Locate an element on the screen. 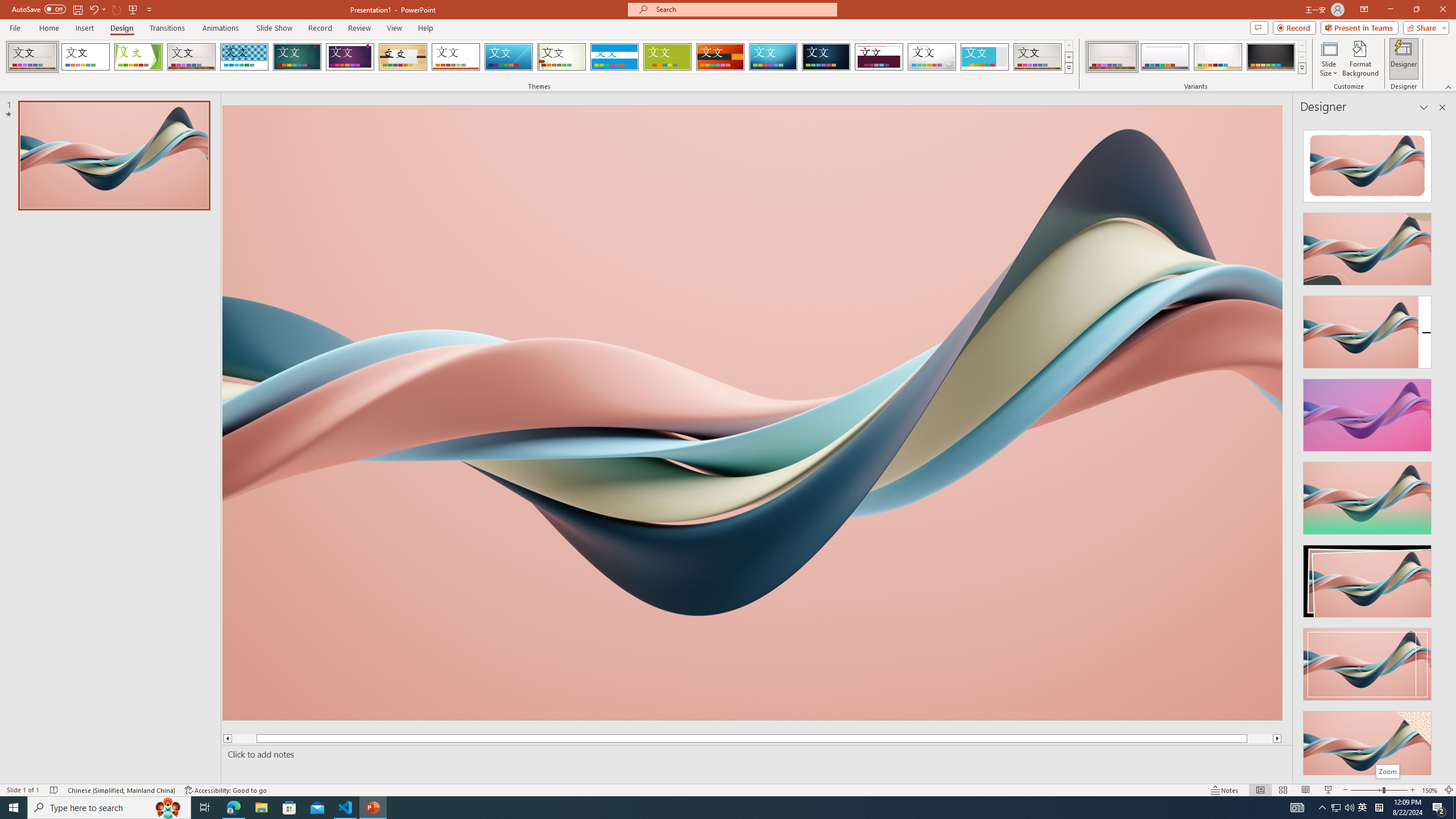 This screenshot has width=1456, height=819. 'Gallery Variant 3' is located at coordinates (1217, 56).